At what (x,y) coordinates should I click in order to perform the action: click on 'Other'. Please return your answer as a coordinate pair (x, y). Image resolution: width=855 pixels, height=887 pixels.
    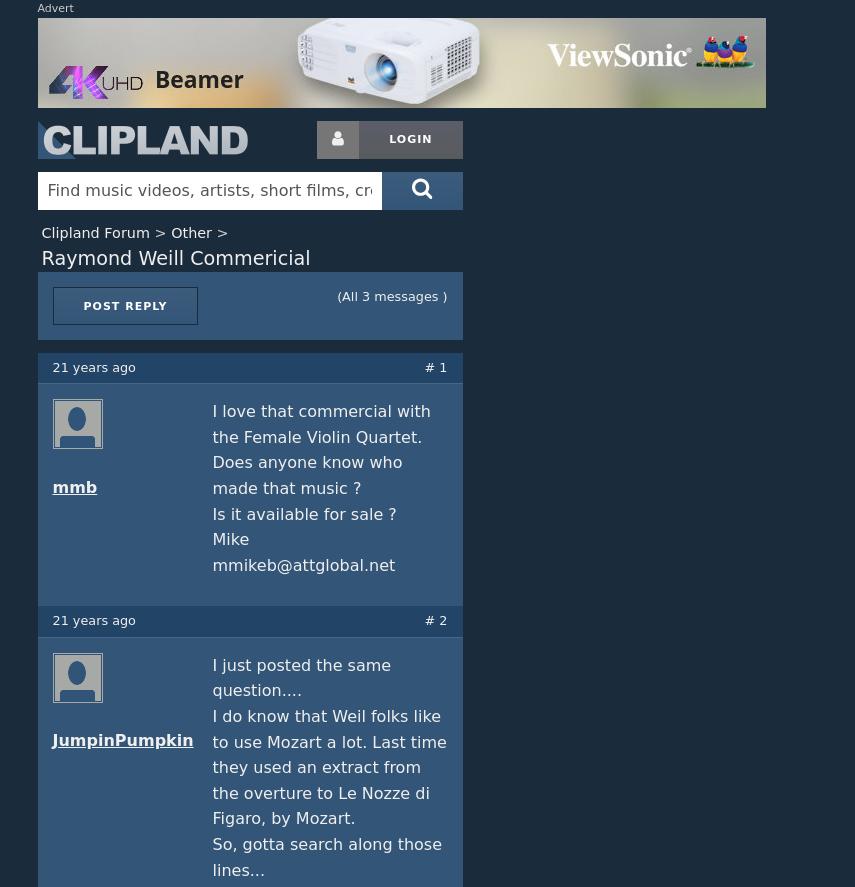
    Looking at the image, I should click on (170, 232).